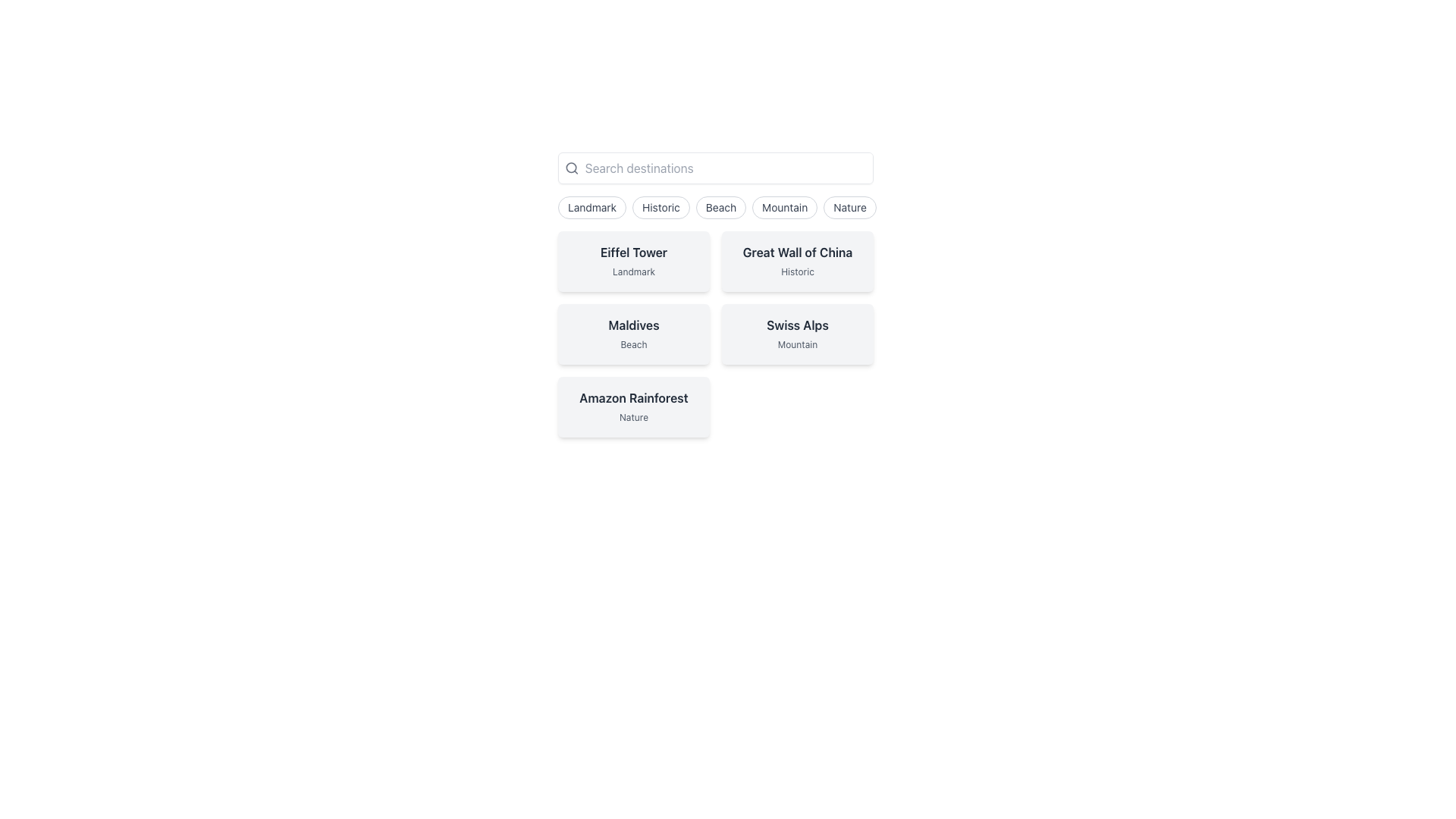 The height and width of the screenshot is (819, 1456). Describe the element at coordinates (720, 207) in the screenshot. I see `the selectable button used for filtering beach-related destinations, located near the top-center of the interface between 'Historic' and 'Mountain'` at that location.